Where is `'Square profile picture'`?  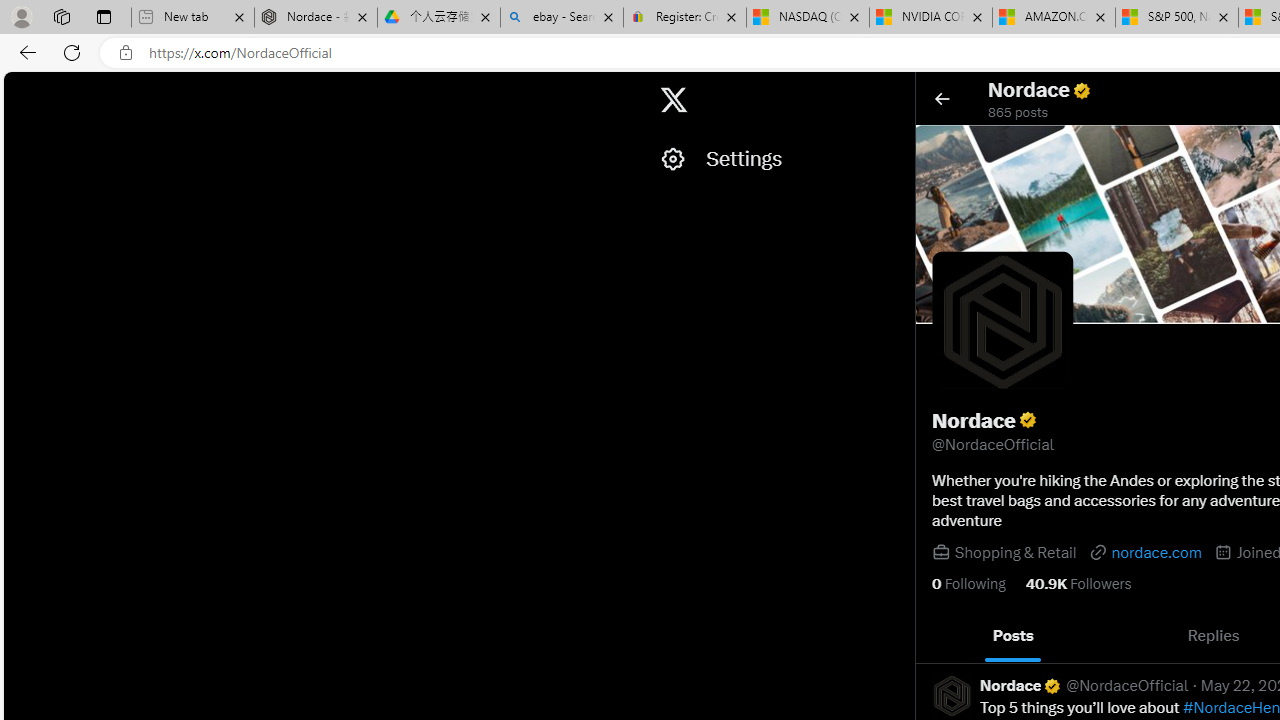
'Square profile picture' is located at coordinates (950, 694).